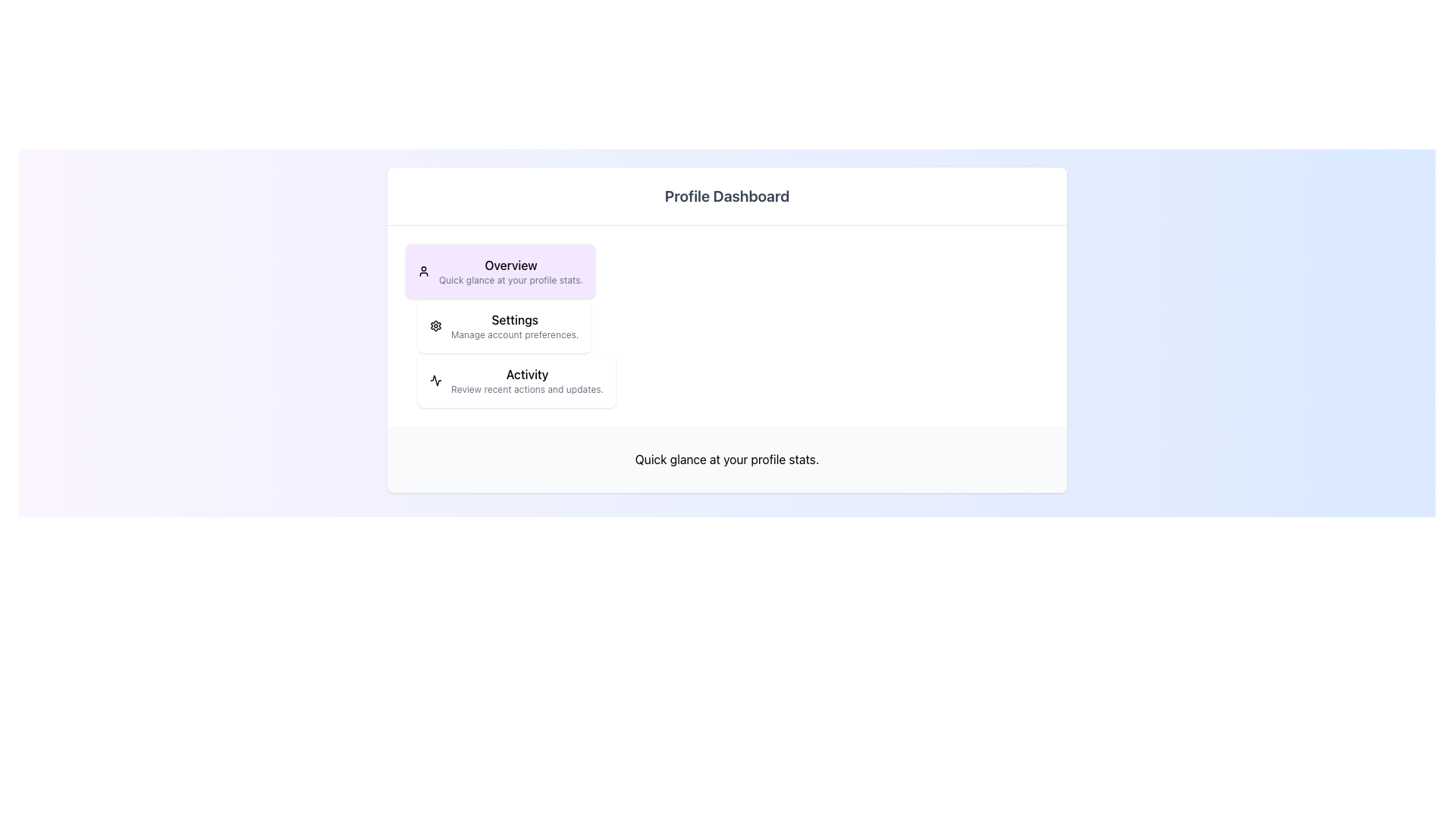 The image size is (1456, 819). What do you see at coordinates (515, 318) in the screenshot?
I see `the 'Settings' text label, which serves as a title for the section, positioned above the 'Manage account preferences' text in the vertical menu layout` at bounding box center [515, 318].